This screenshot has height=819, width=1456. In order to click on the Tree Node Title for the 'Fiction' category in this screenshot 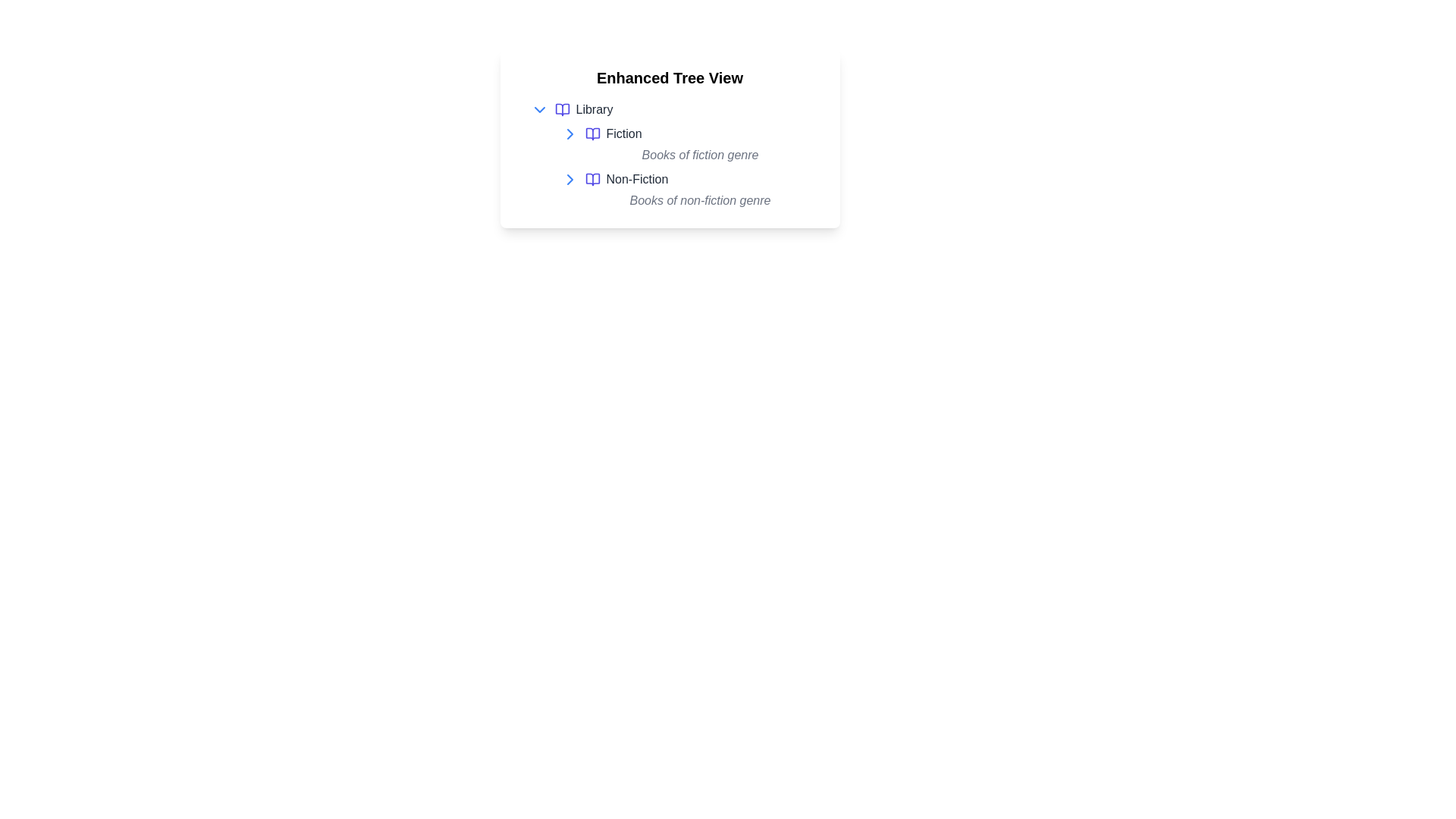, I will do `click(690, 133)`.